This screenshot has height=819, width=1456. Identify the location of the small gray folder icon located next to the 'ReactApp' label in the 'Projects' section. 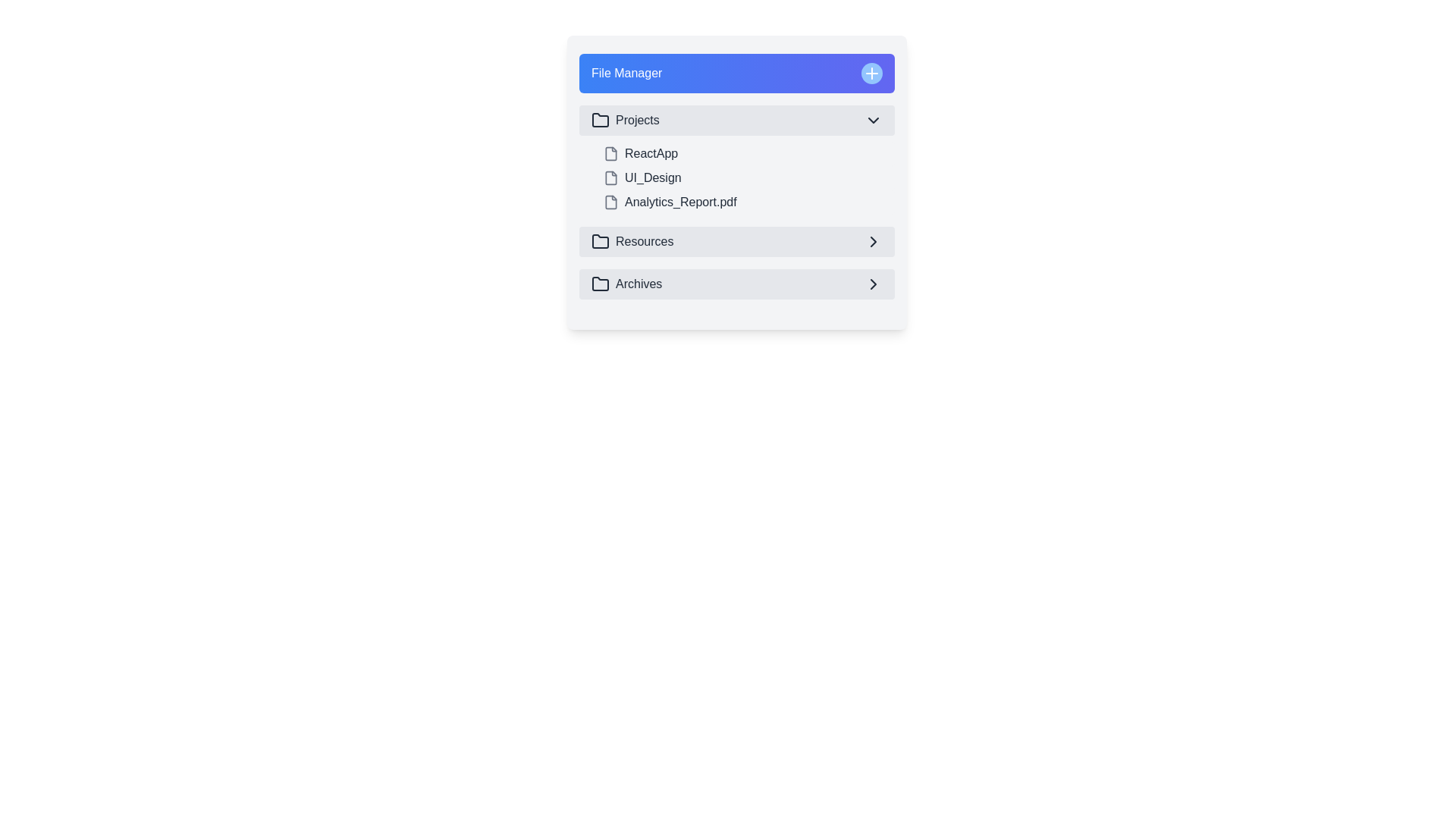
(611, 154).